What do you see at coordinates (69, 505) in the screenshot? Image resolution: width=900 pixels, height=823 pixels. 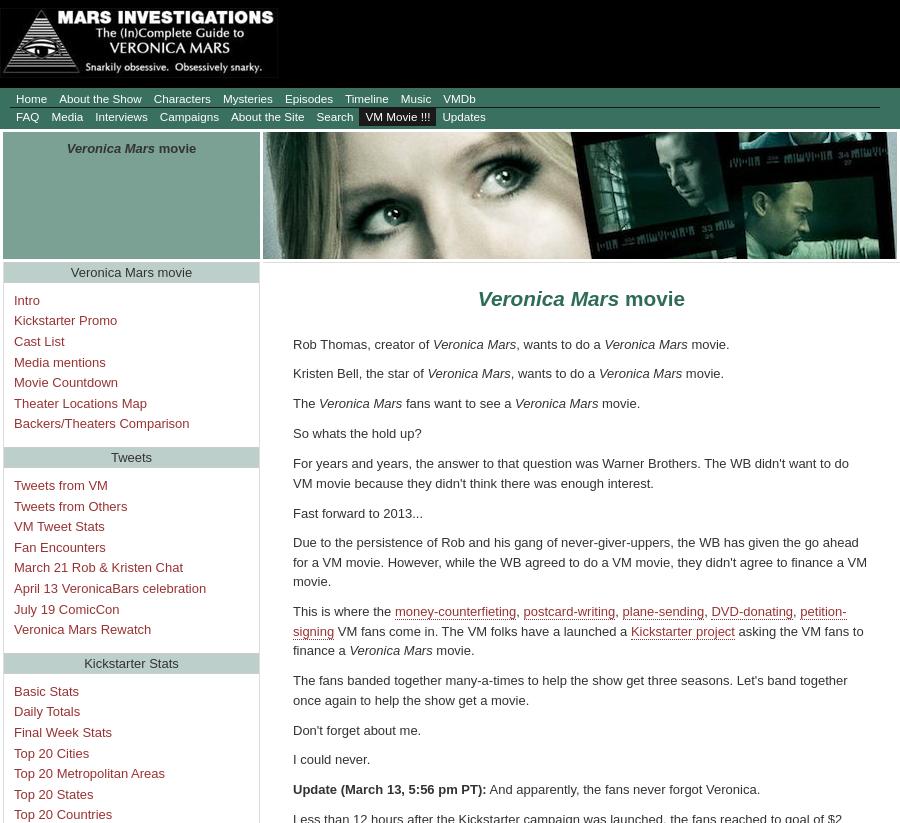 I see `'Tweets from Others'` at bounding box center [69, 505].